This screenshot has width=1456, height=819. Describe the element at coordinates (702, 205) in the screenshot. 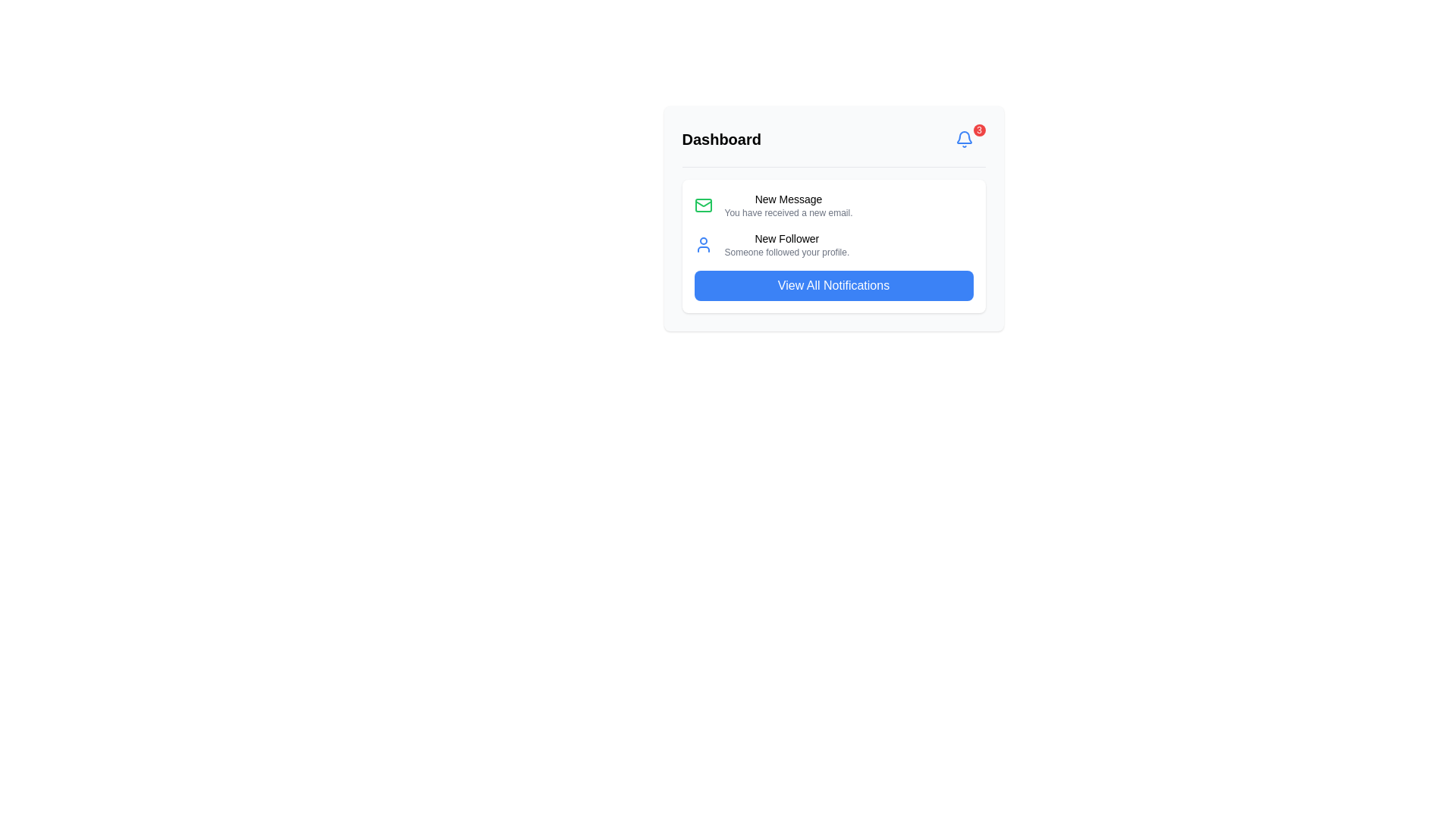

I see `the visual representation of the email notification icon located in the top-left corner of the 'New Message' notification card` at that location.